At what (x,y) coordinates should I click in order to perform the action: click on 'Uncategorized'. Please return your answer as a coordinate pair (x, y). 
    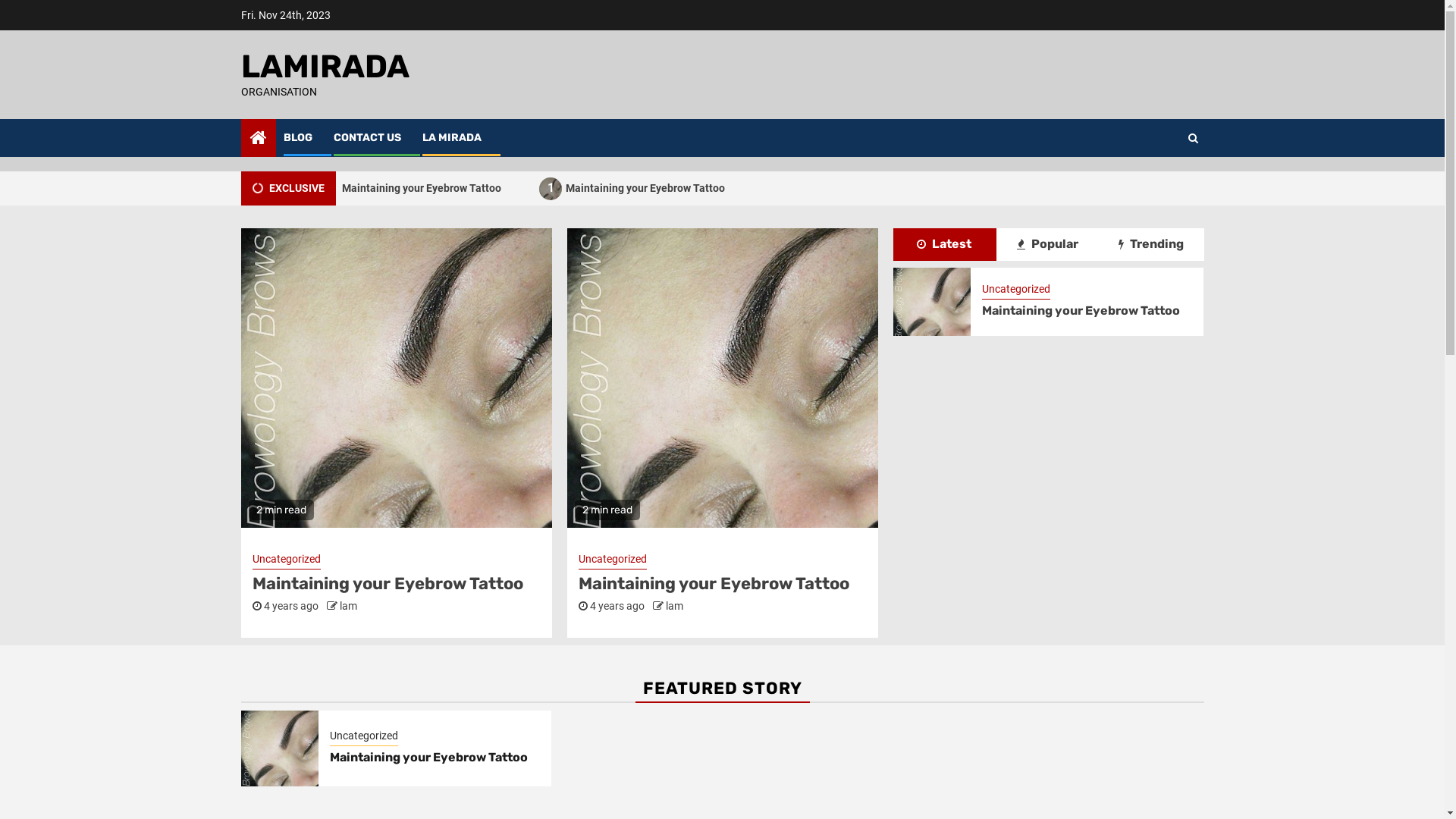
    Looking at the image, I should click on (364, 736).